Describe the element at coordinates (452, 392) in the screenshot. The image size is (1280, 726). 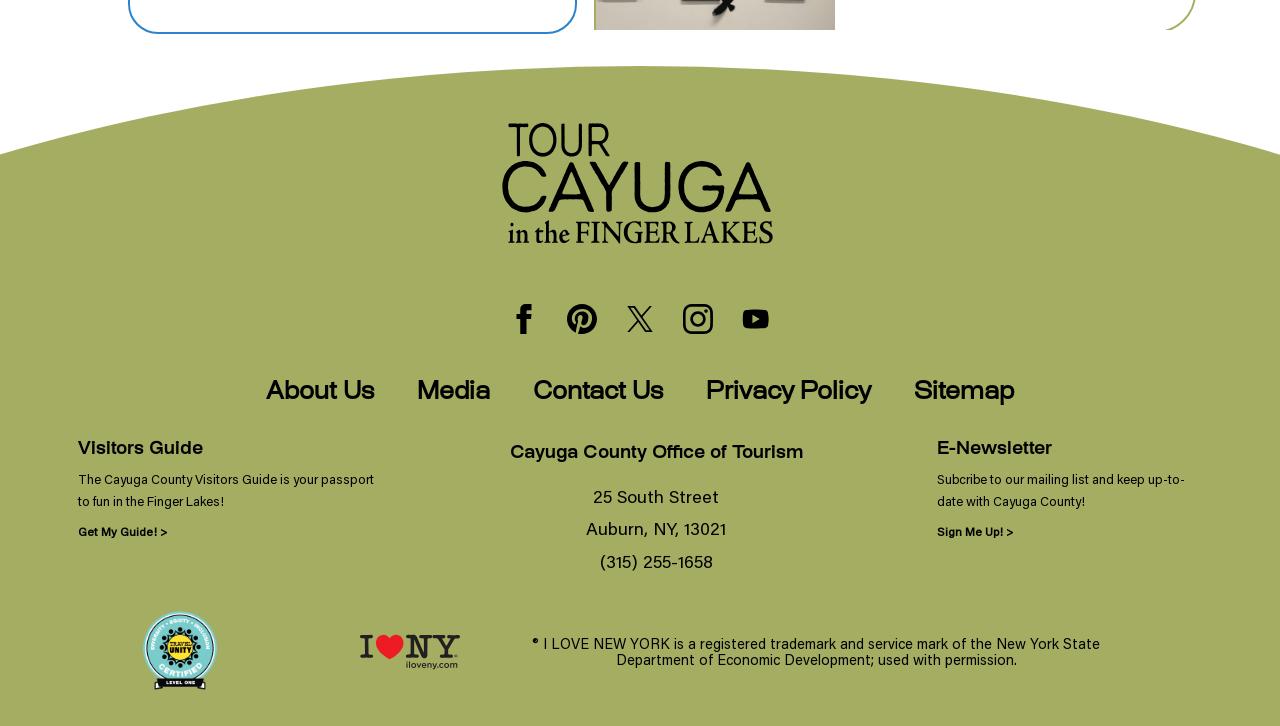
I see `'Media'` at that location.